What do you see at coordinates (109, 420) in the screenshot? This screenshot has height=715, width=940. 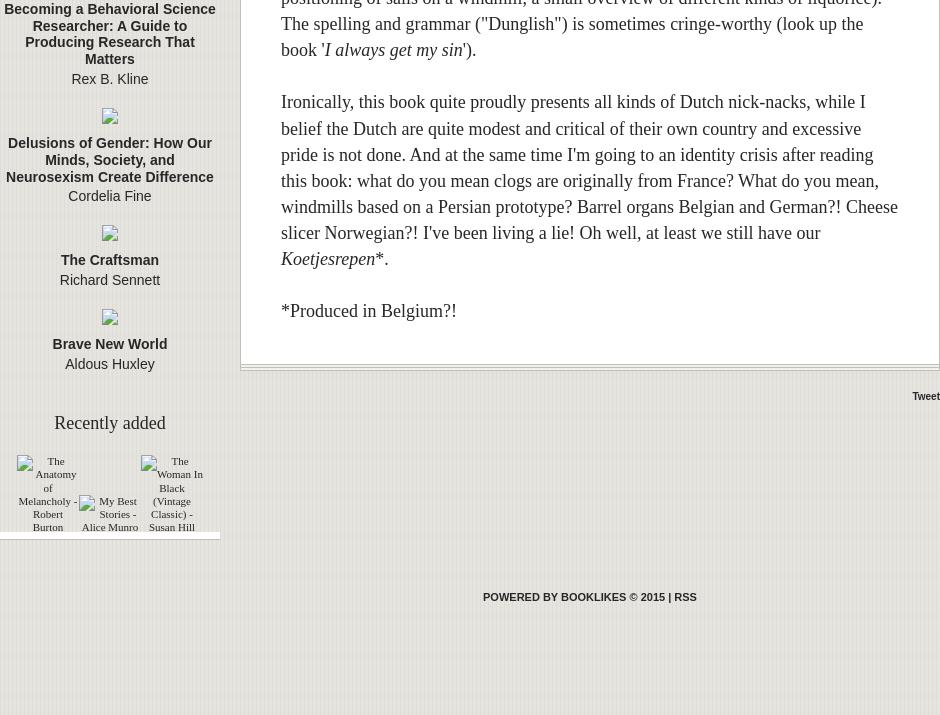 I see `'Recently added'` at bounding box center [109, 420].